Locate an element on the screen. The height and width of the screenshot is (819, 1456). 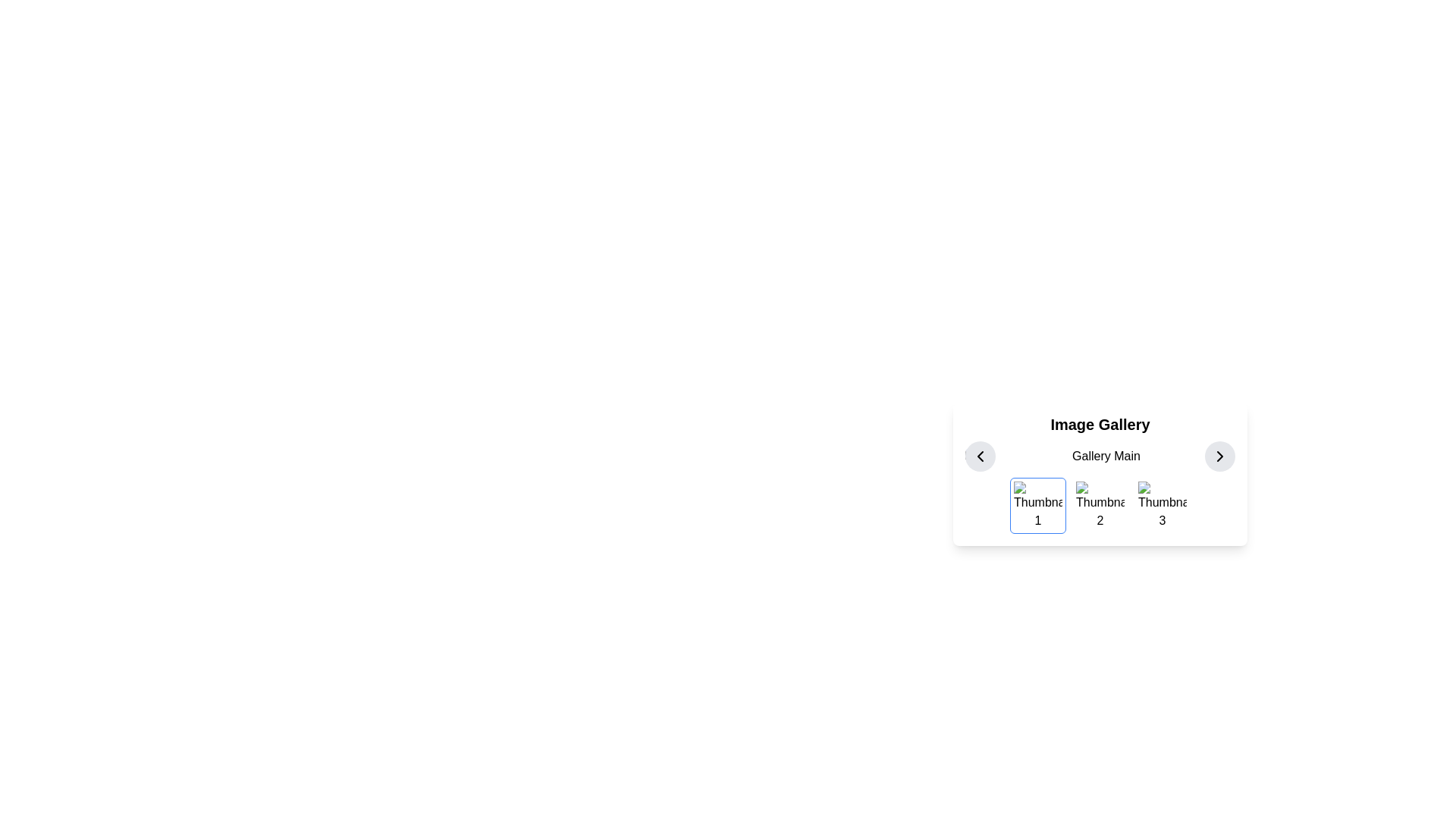
the SVG Icon located in the navigation section of the interface is located at coordinates (1219, 455).